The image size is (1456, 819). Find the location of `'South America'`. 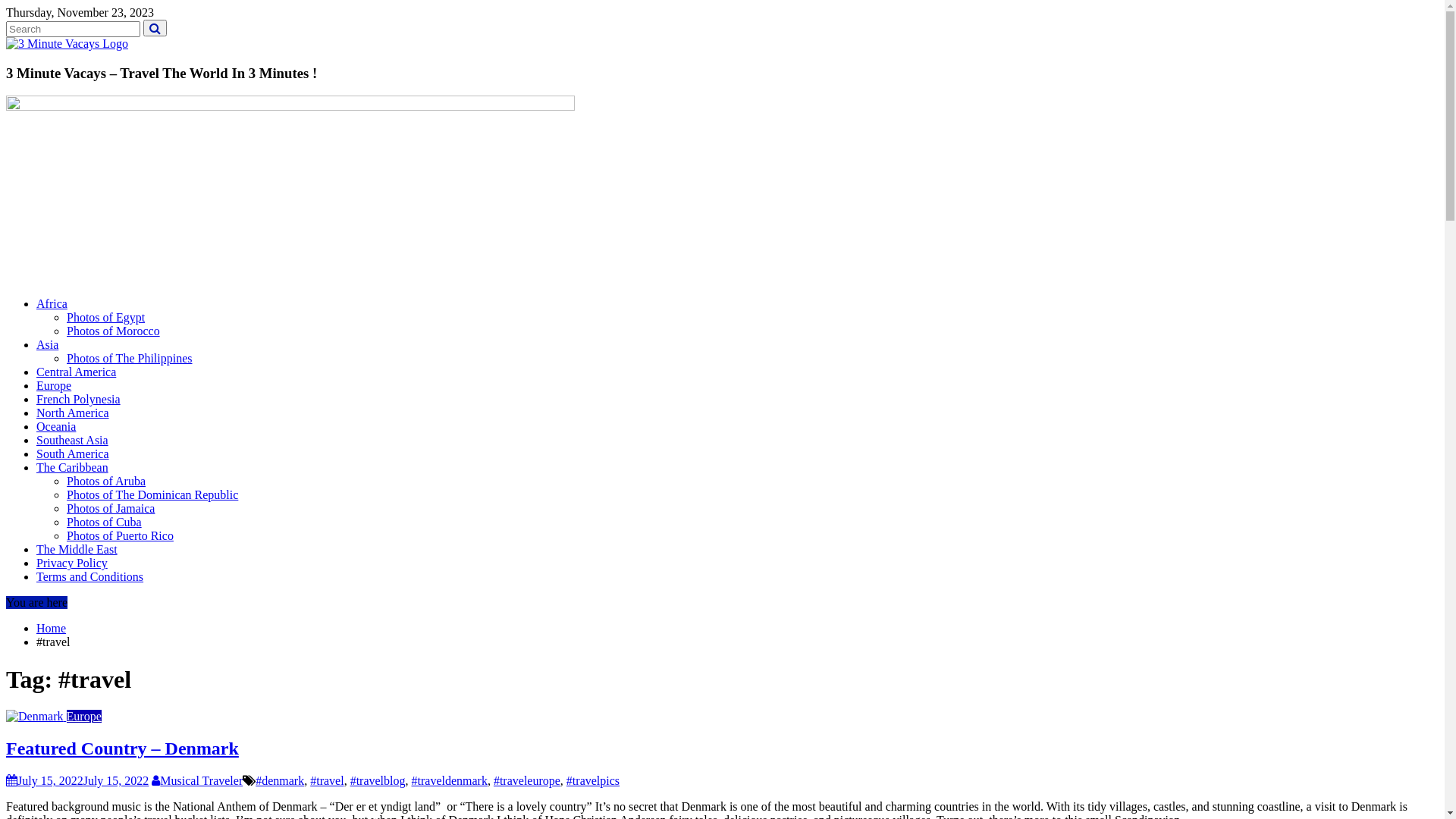

'South America' is located at coordinates (72, 453).